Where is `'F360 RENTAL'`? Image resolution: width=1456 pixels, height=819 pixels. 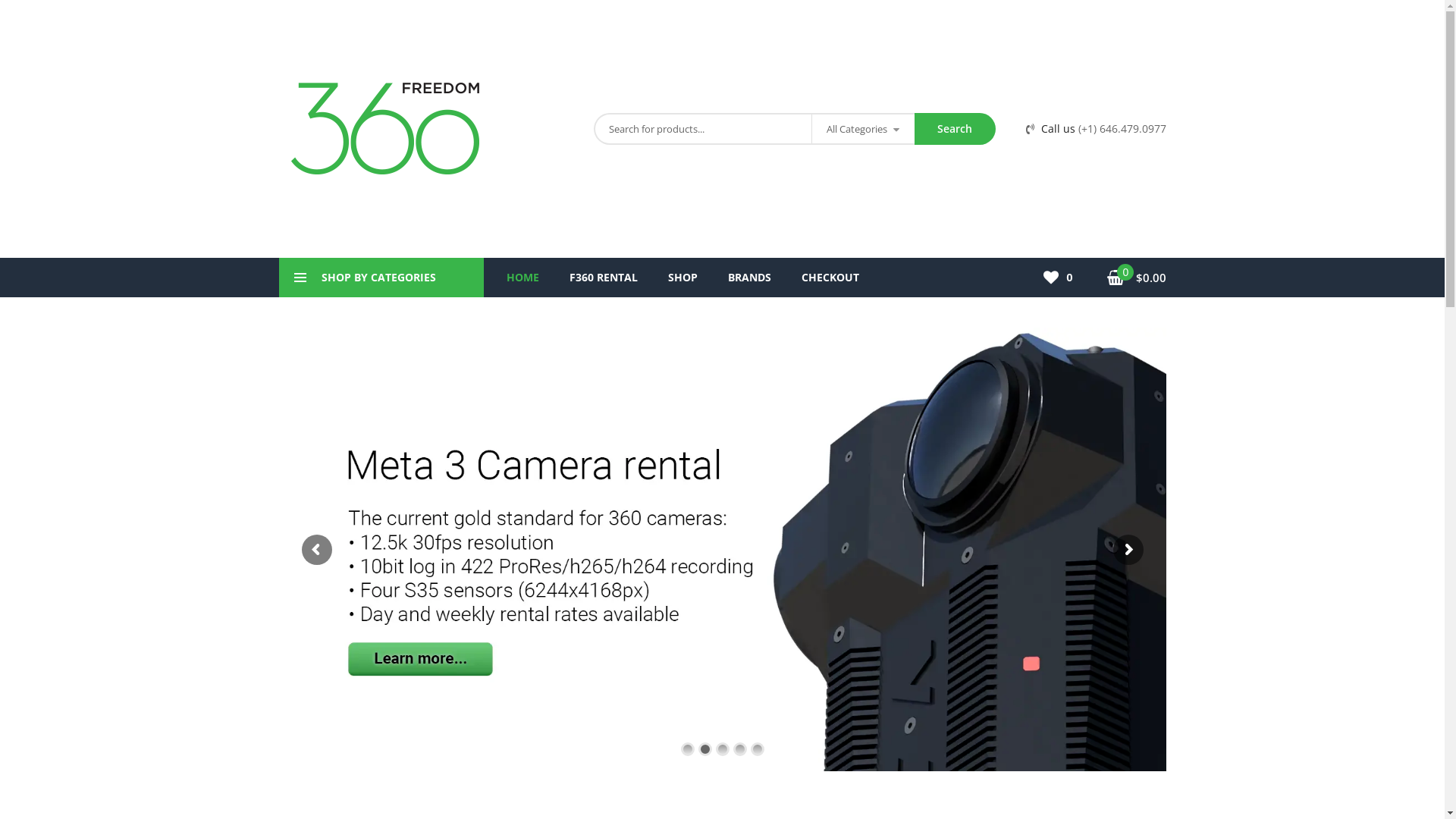
'F360 RENTAL' is located at coordinates (602, 278).